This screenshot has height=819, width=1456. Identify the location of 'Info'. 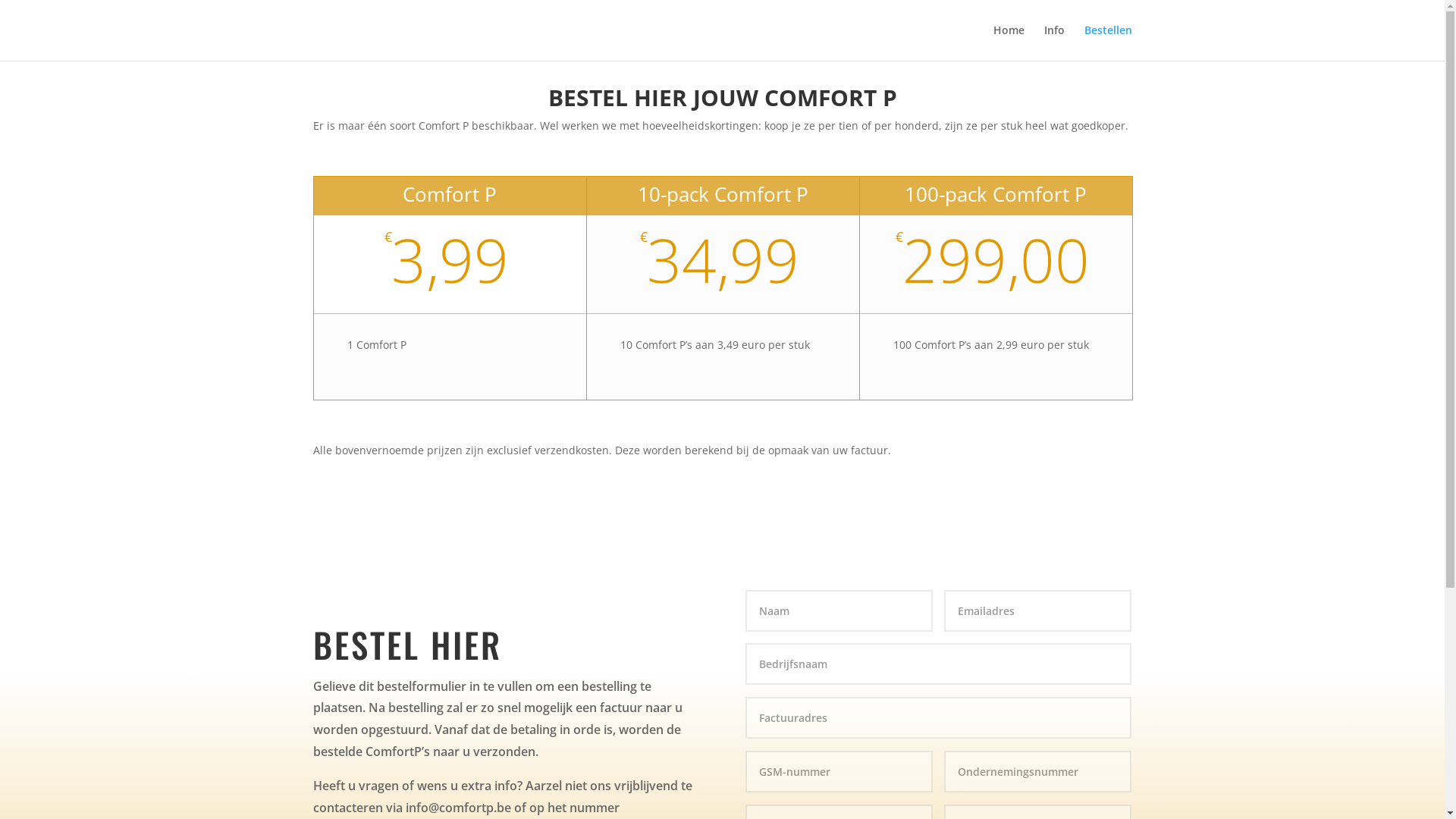
(1053, 42).